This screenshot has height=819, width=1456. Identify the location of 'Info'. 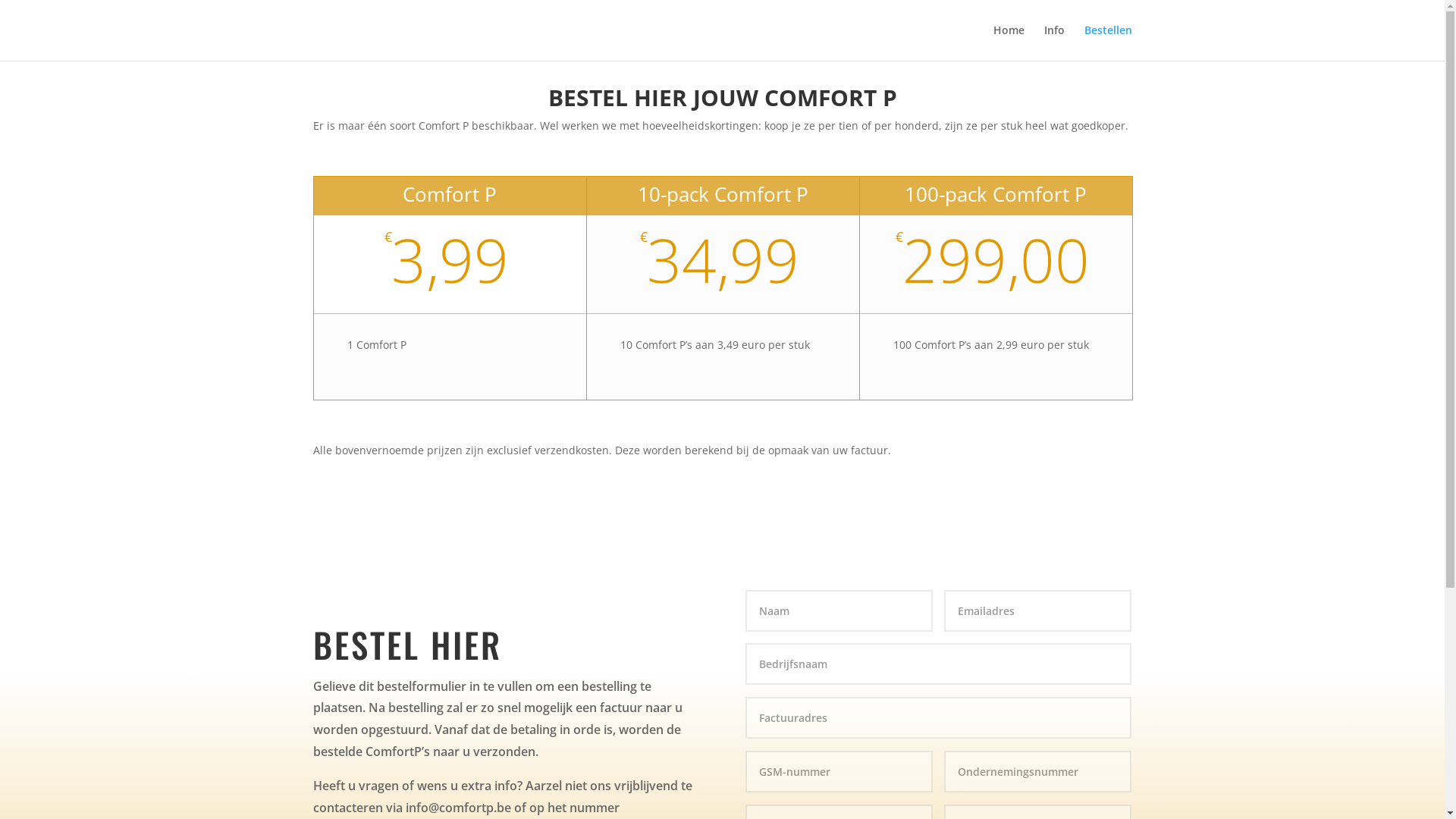
(1053, 42).